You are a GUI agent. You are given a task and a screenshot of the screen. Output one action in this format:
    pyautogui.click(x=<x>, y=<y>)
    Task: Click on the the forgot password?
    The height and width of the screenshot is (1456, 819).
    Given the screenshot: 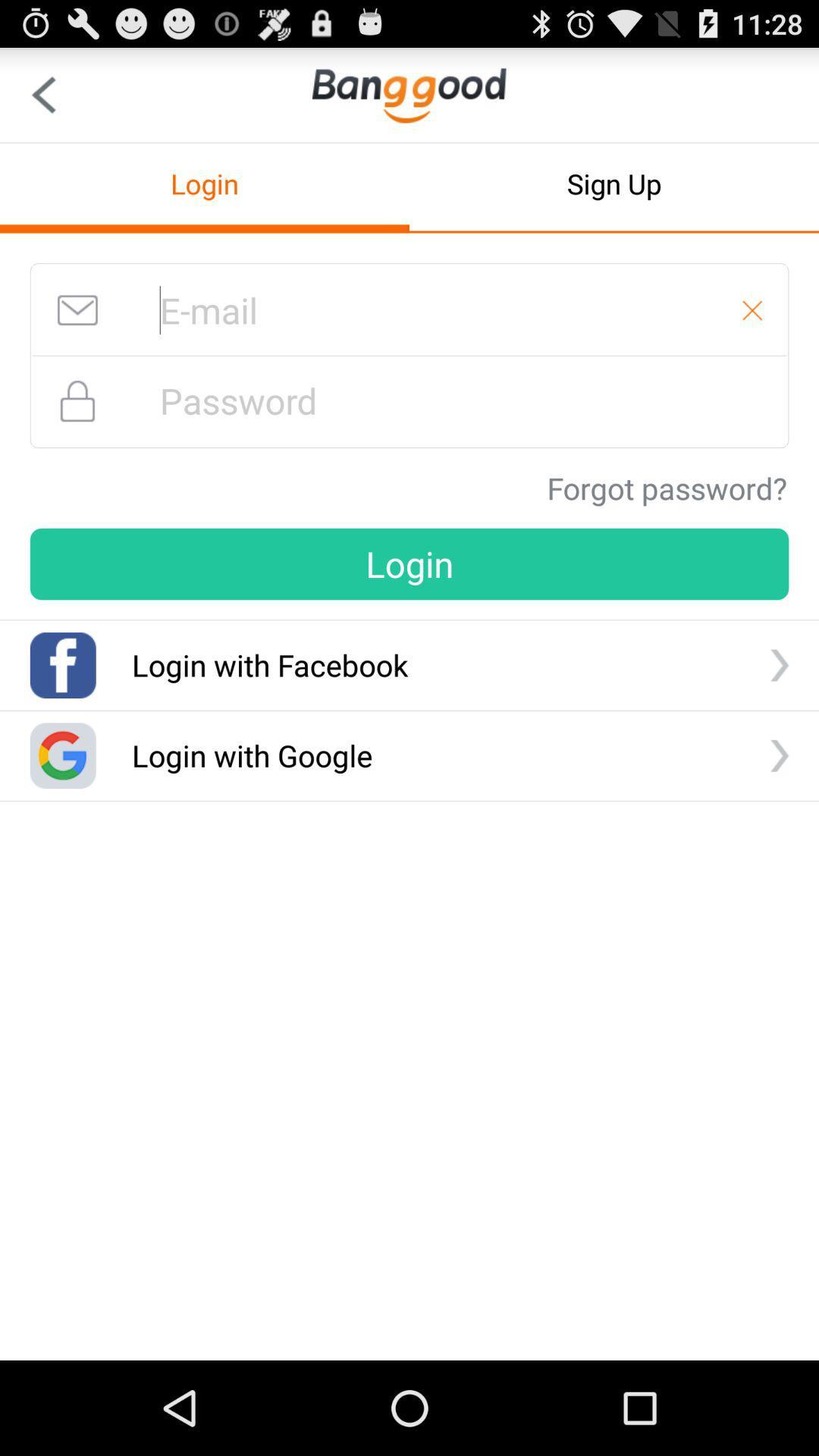 What is the action you would take?
    pyautogui.click(x=666, y=488)
    